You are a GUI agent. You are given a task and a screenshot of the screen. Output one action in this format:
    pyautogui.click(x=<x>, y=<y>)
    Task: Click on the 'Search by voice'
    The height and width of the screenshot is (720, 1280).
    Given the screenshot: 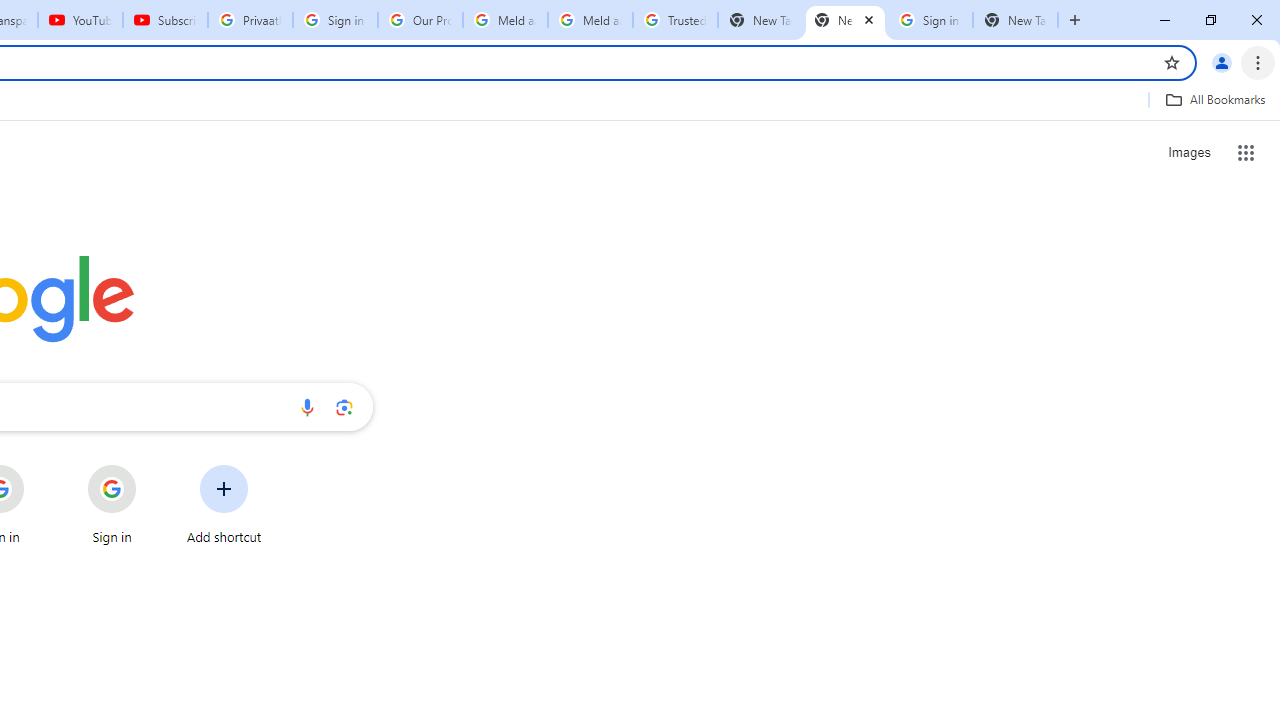 What is the action you would take?
    pyautogui.click(x=306, y=406)
    